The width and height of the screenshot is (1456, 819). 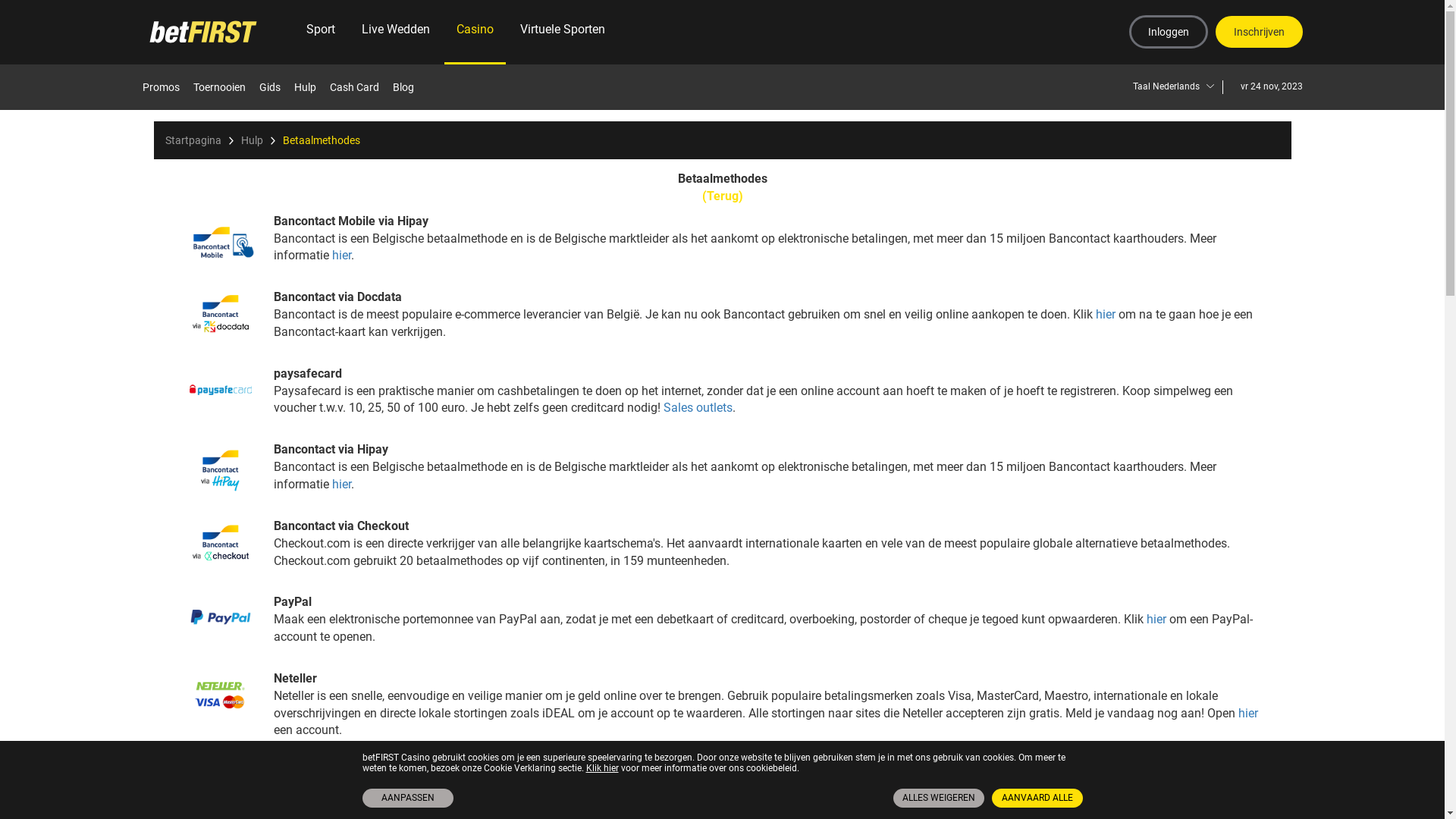 I want to click on 'Hulp', so click(x=294, y=87).